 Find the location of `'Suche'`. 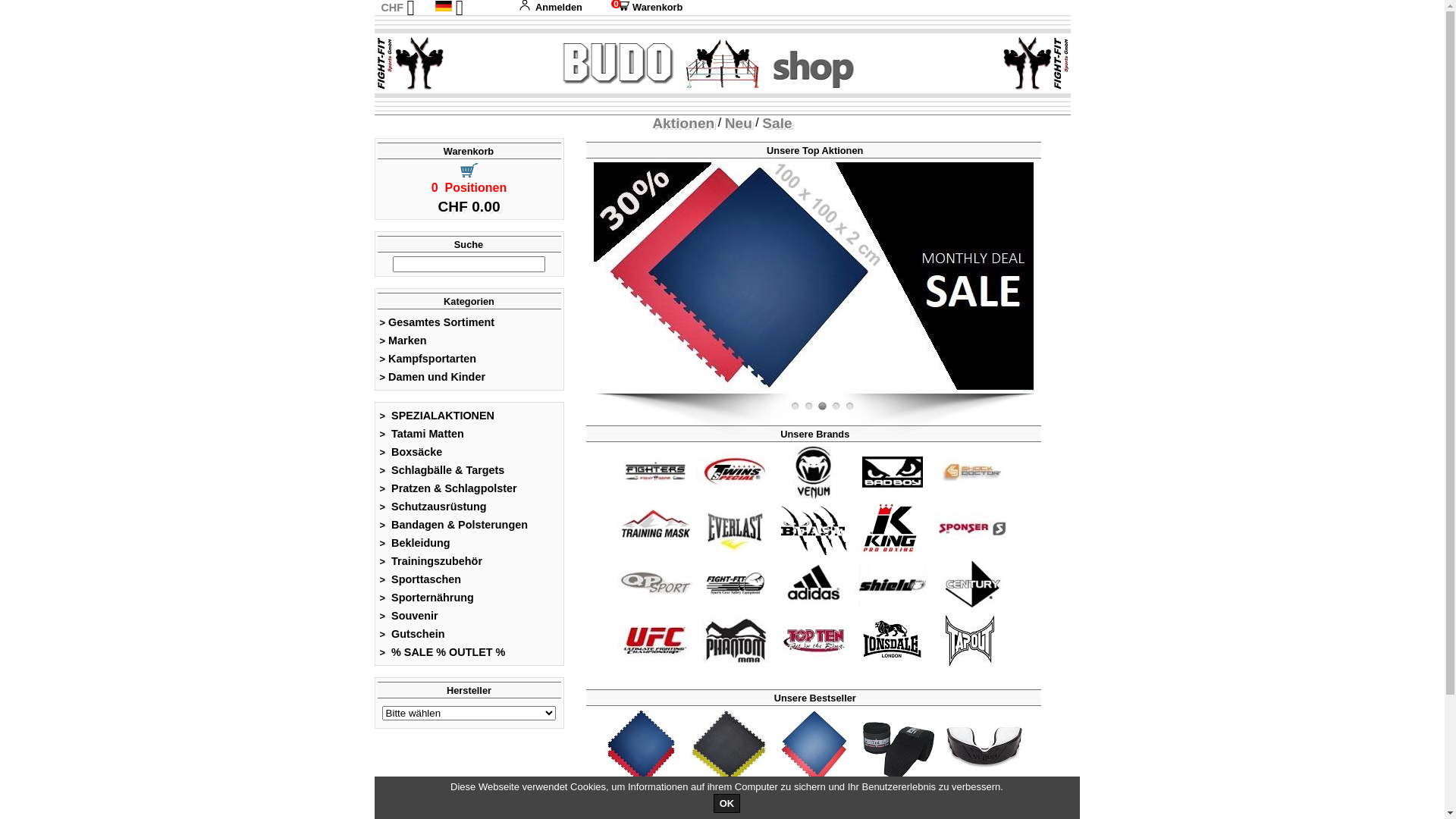

'Suche' is located at coordinates (453, 243).